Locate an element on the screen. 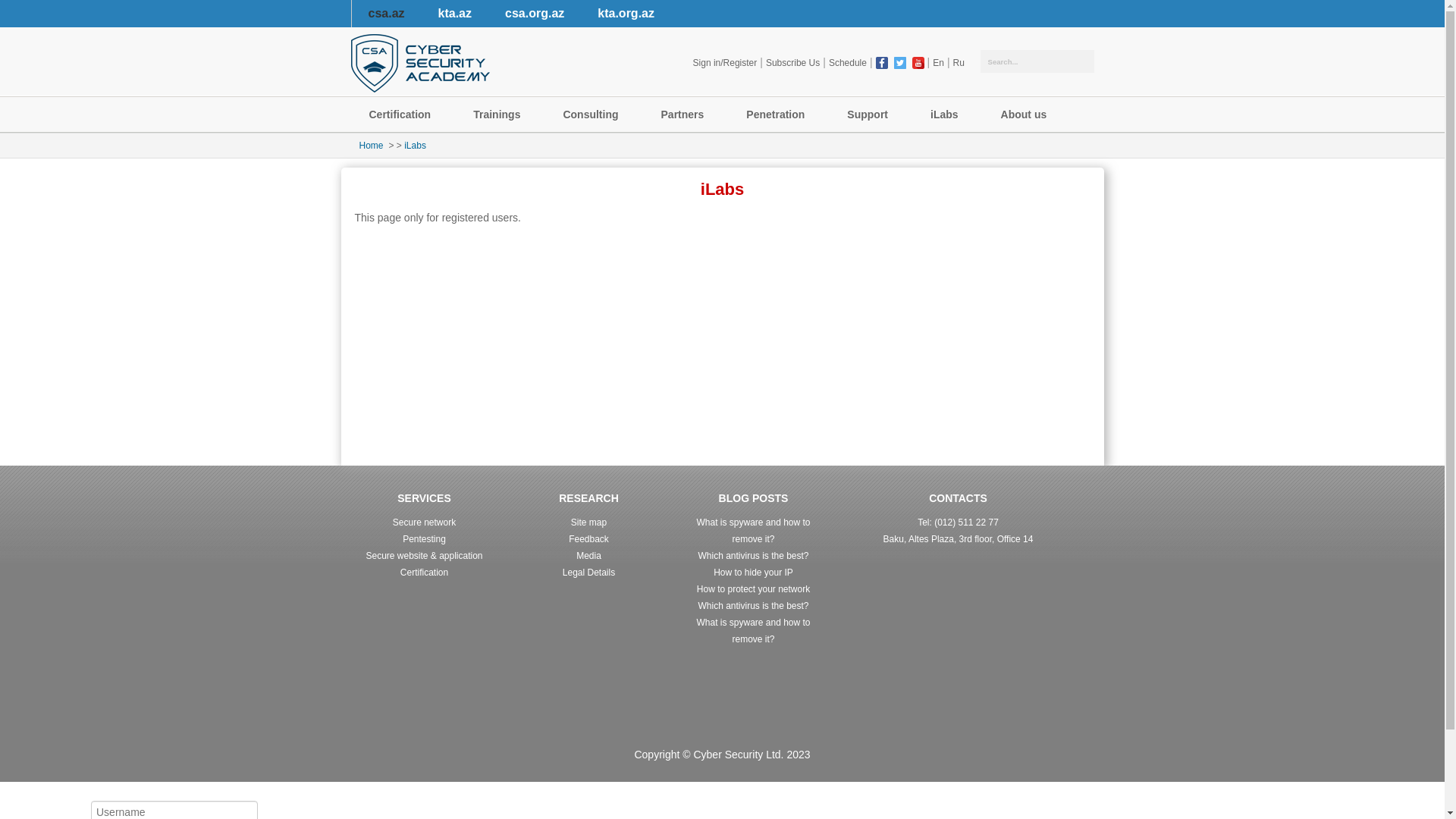 The image size is (1456, 819). 'Trainings' is located at coordinates (454, 114).